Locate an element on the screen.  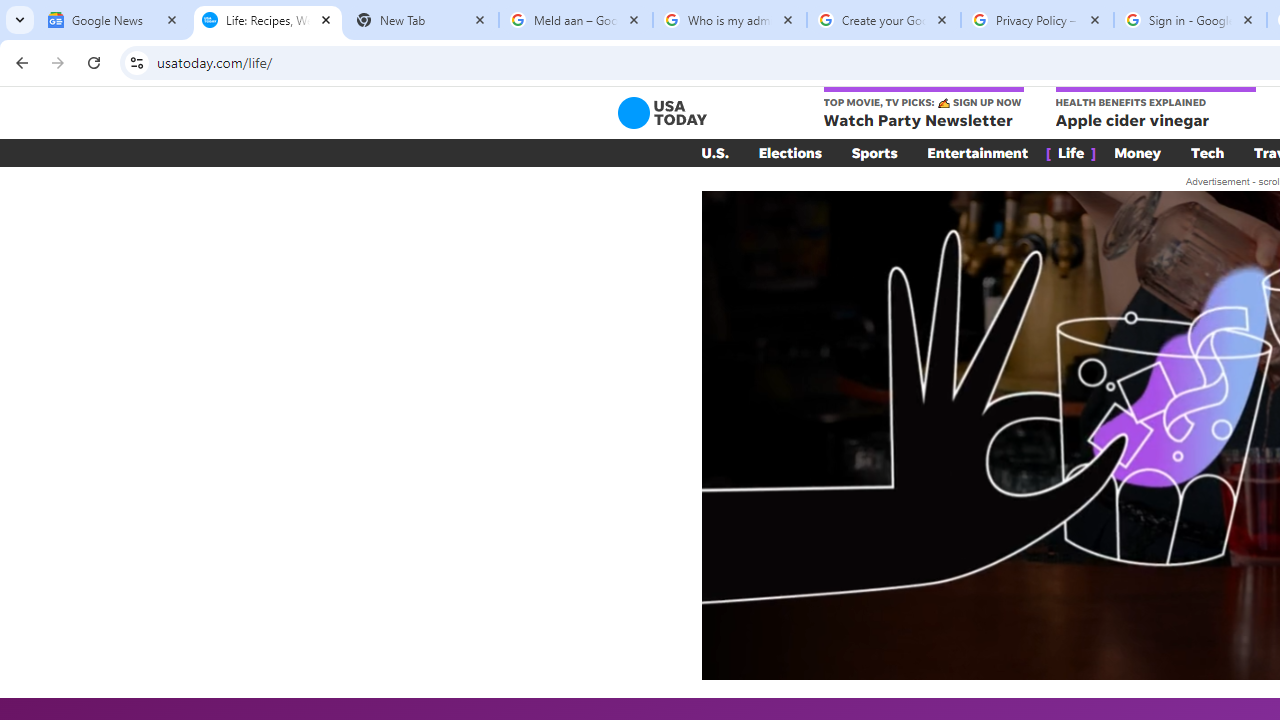
'Money' is located at coordinates (1137, 152).